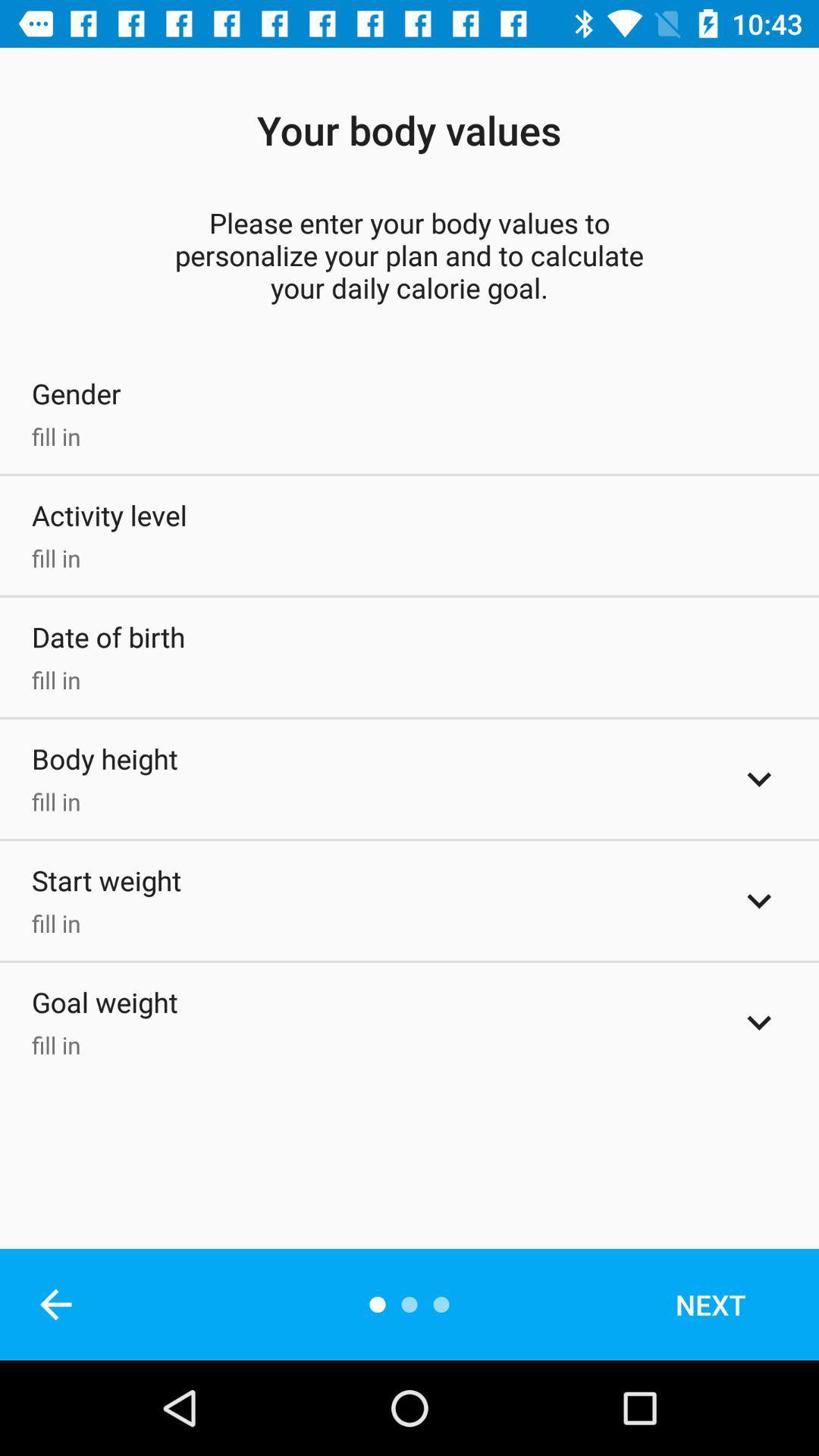  I want to click on next item, so click(730, 1304).